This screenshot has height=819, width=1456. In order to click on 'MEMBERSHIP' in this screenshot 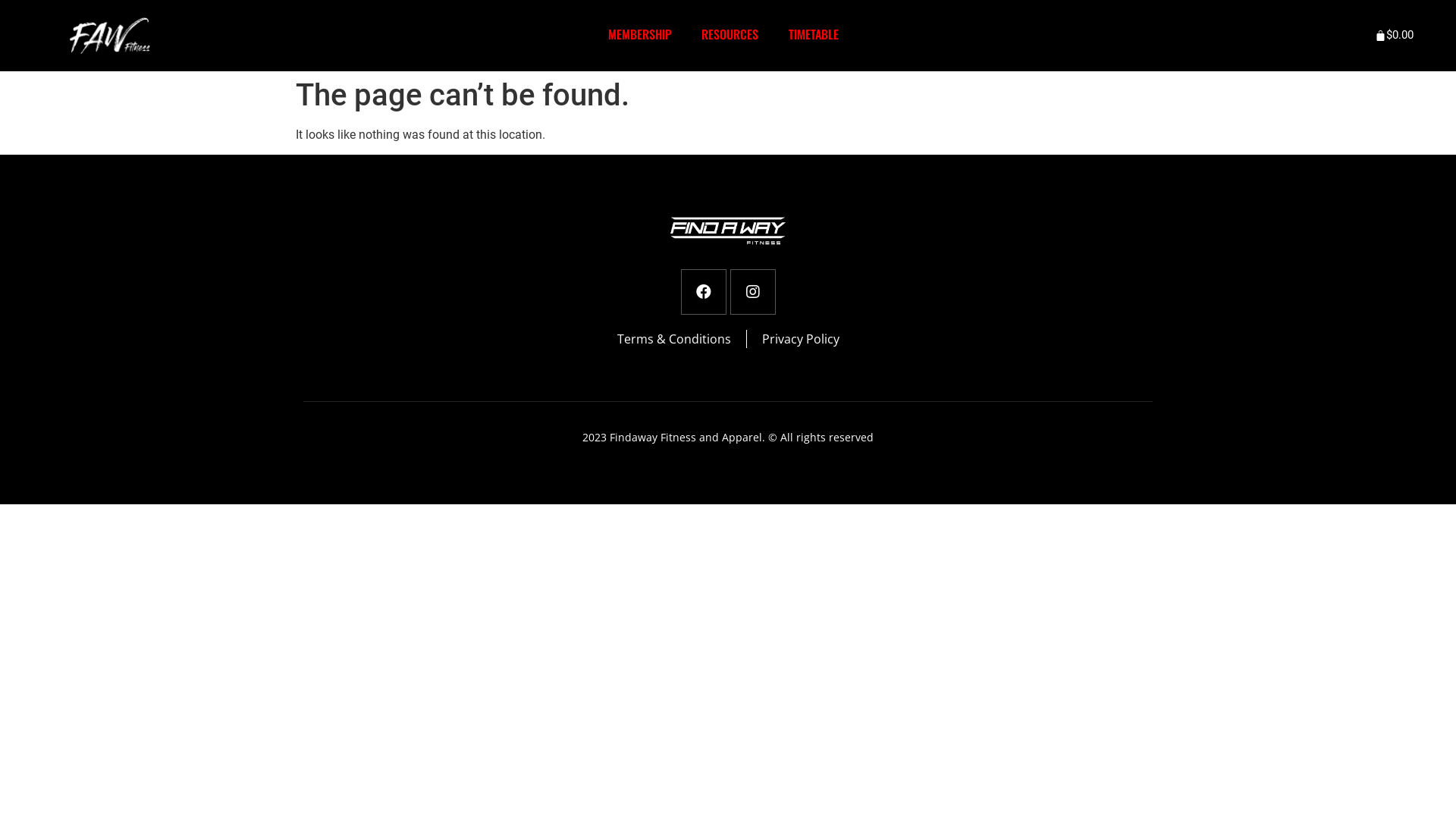, I will do `click(639, 34)`.